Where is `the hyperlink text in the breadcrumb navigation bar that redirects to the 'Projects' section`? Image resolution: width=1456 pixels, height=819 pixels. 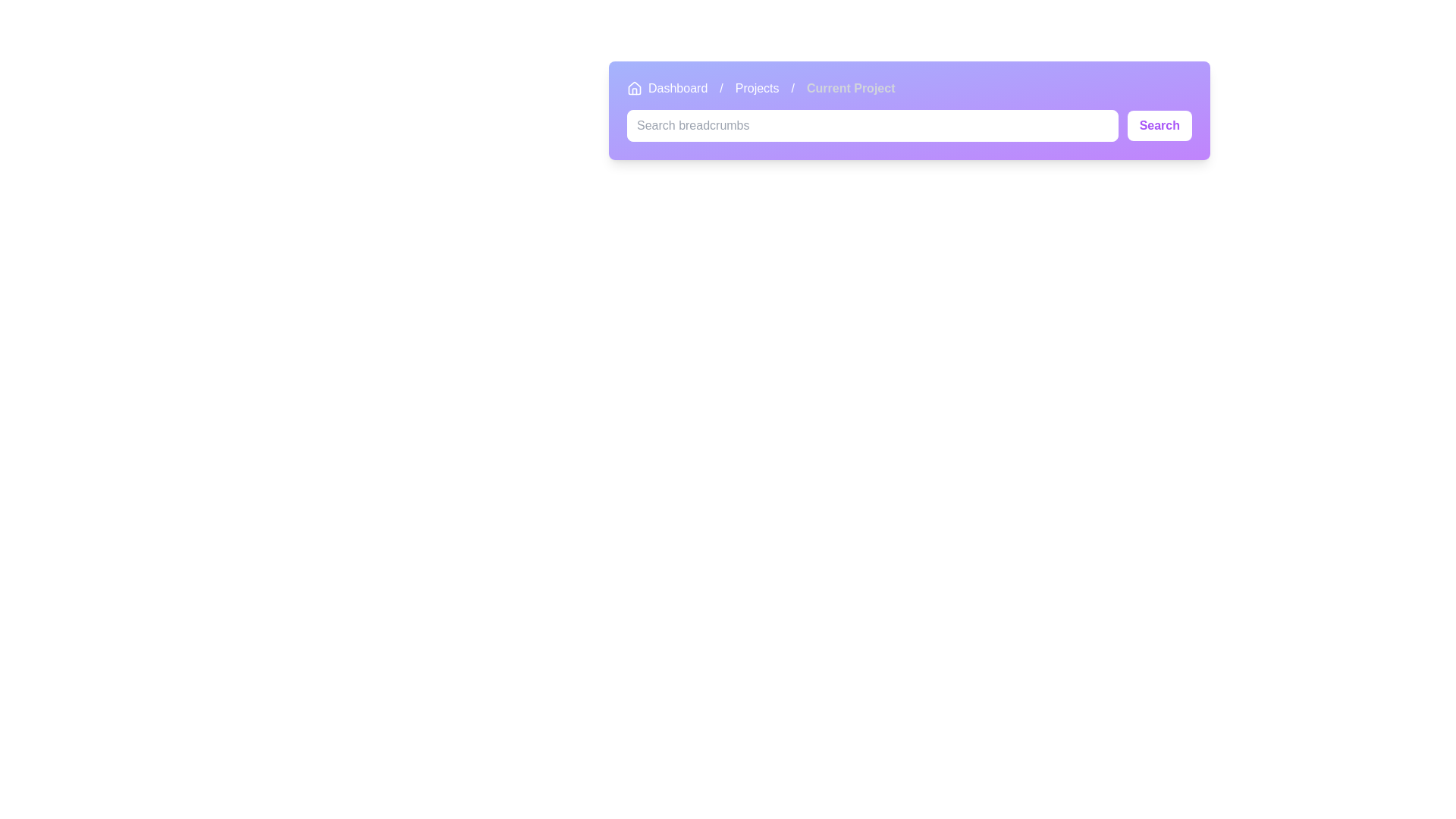
the hyperlink text in the breadcrumb navigation bar that redirects to the 'Projects' section is located at coordinates (757, 88).